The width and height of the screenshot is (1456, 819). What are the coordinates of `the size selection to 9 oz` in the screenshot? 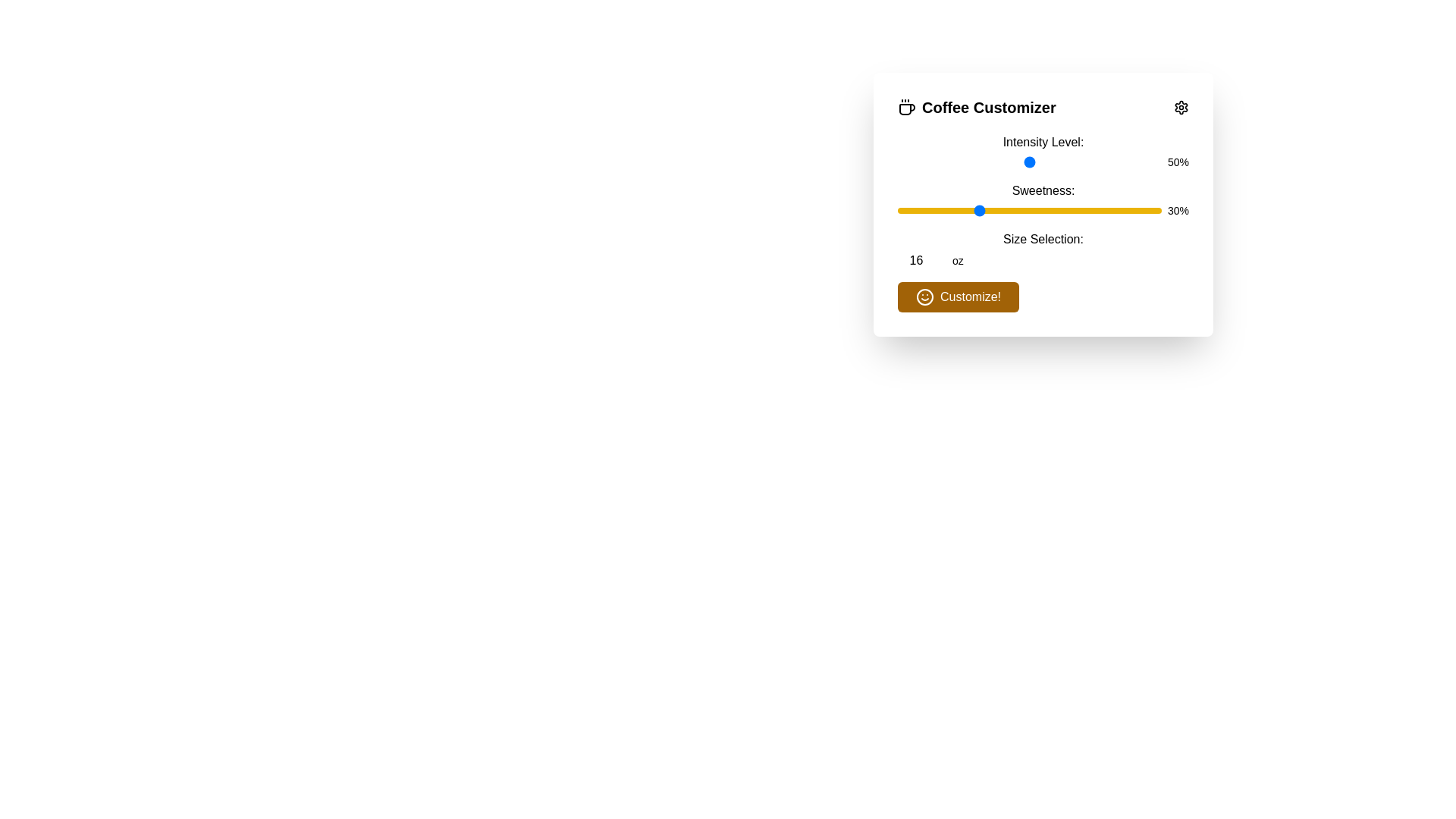 It's located at (921, 259).